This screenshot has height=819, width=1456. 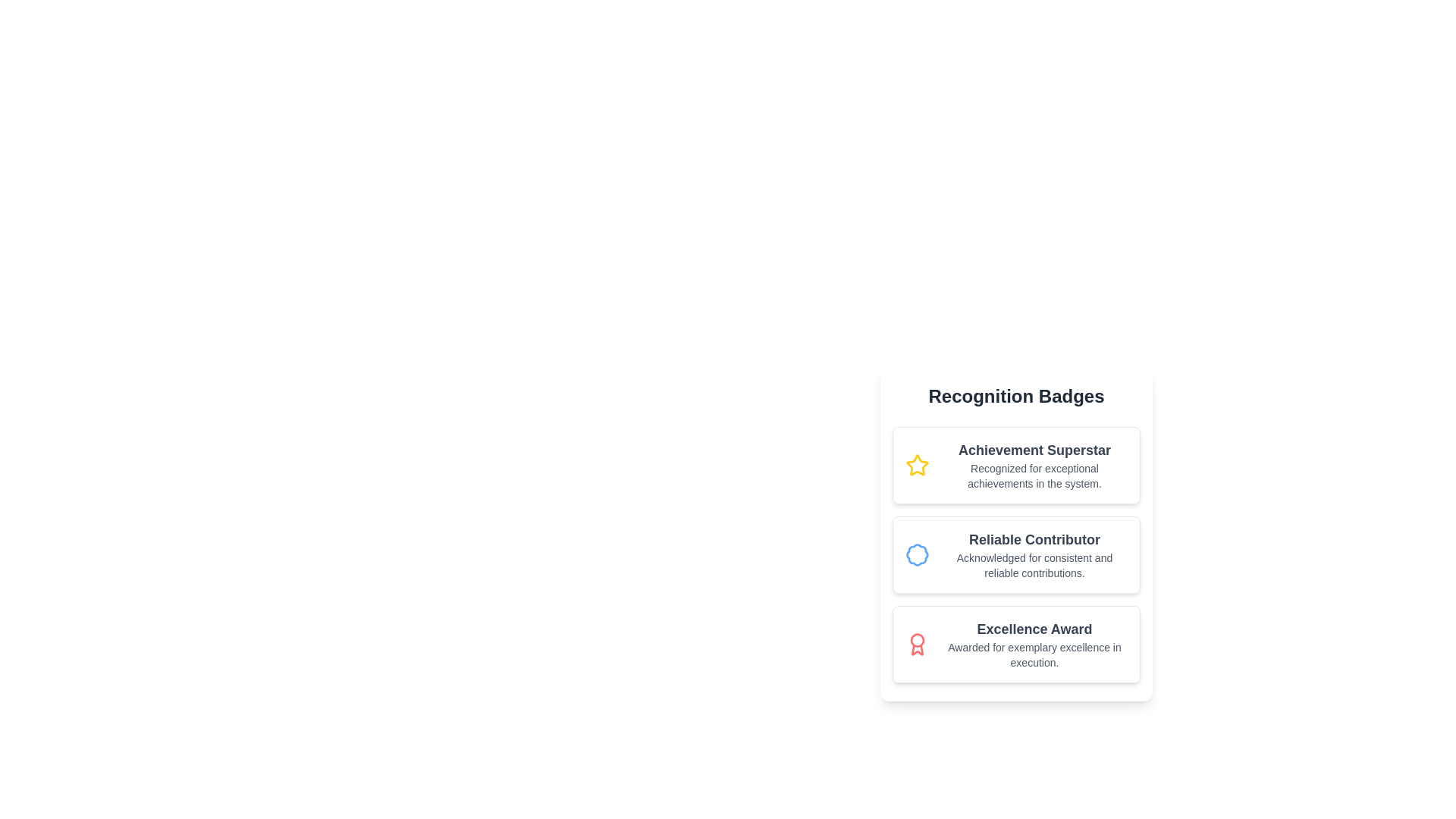 I want to click on text displayed on the second informational card about the 'Reliable Contributor' badge located within the 'Recognition Badges' section, so click(x=1016, y=549).